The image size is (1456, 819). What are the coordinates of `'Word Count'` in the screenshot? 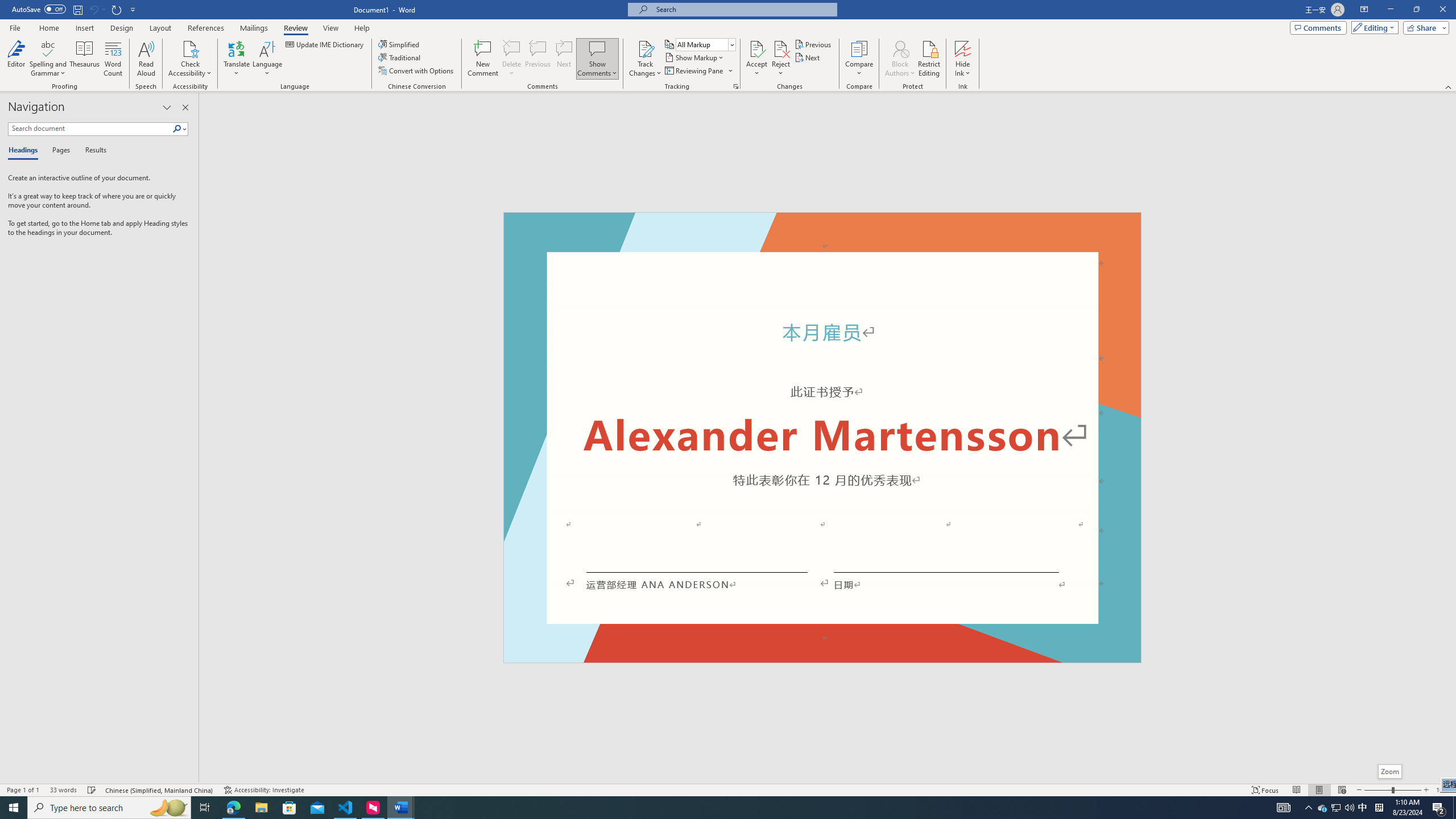 It's located at (113, 59).